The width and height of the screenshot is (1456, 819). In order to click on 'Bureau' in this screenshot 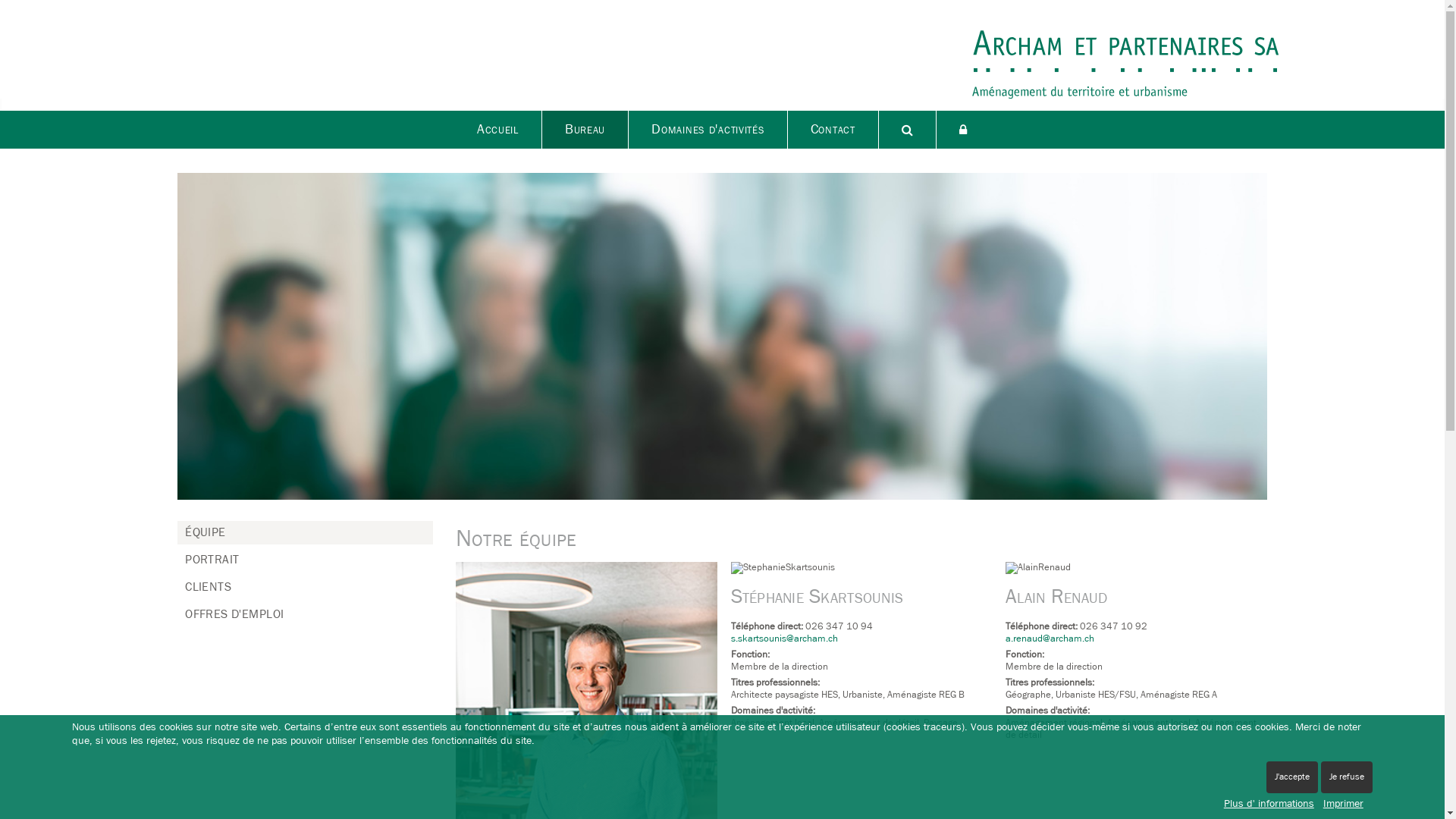, I will do `click(585, 128)`.